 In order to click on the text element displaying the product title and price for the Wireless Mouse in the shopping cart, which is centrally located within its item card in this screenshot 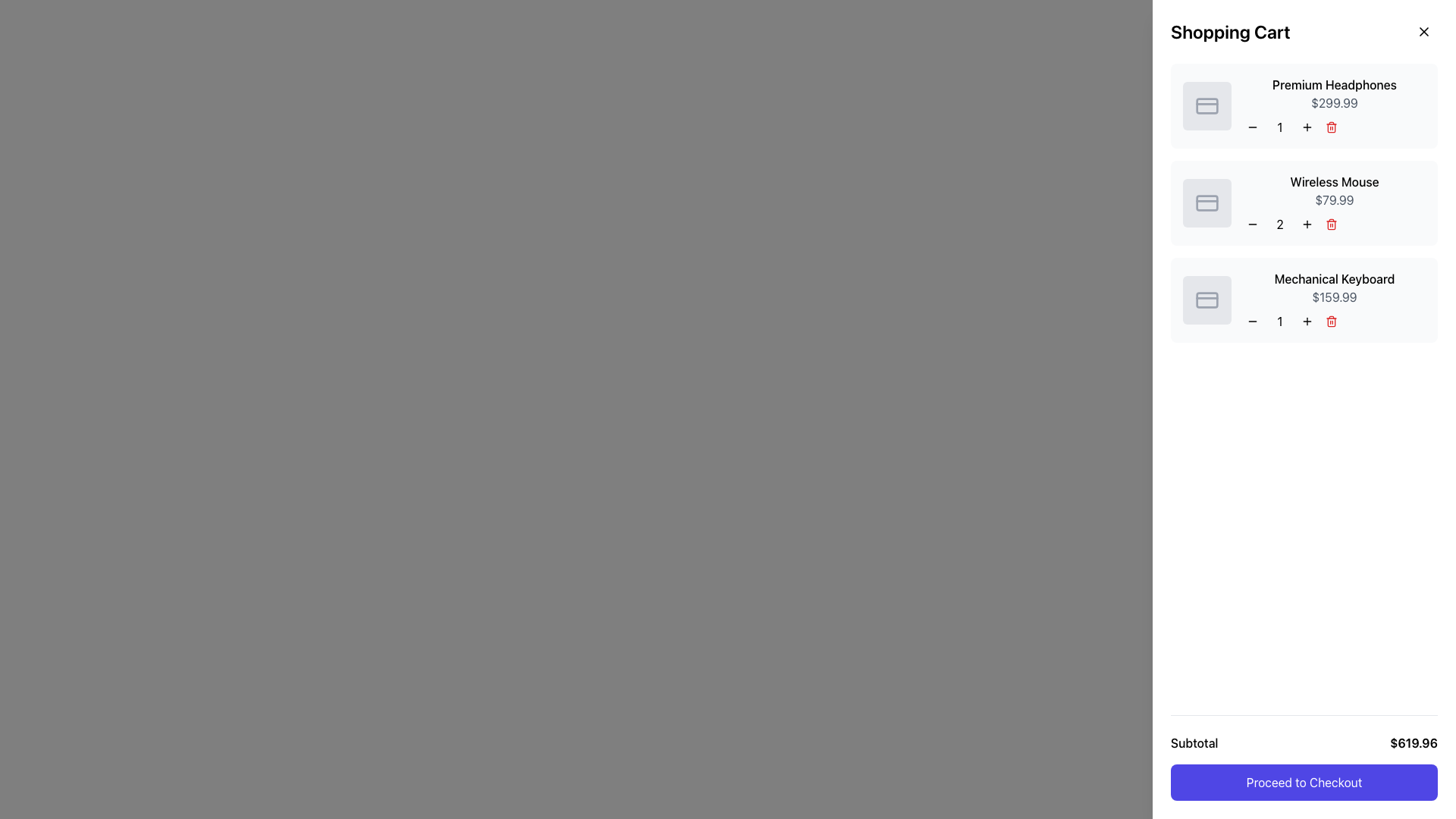, I will do `click(1335, 202)`.